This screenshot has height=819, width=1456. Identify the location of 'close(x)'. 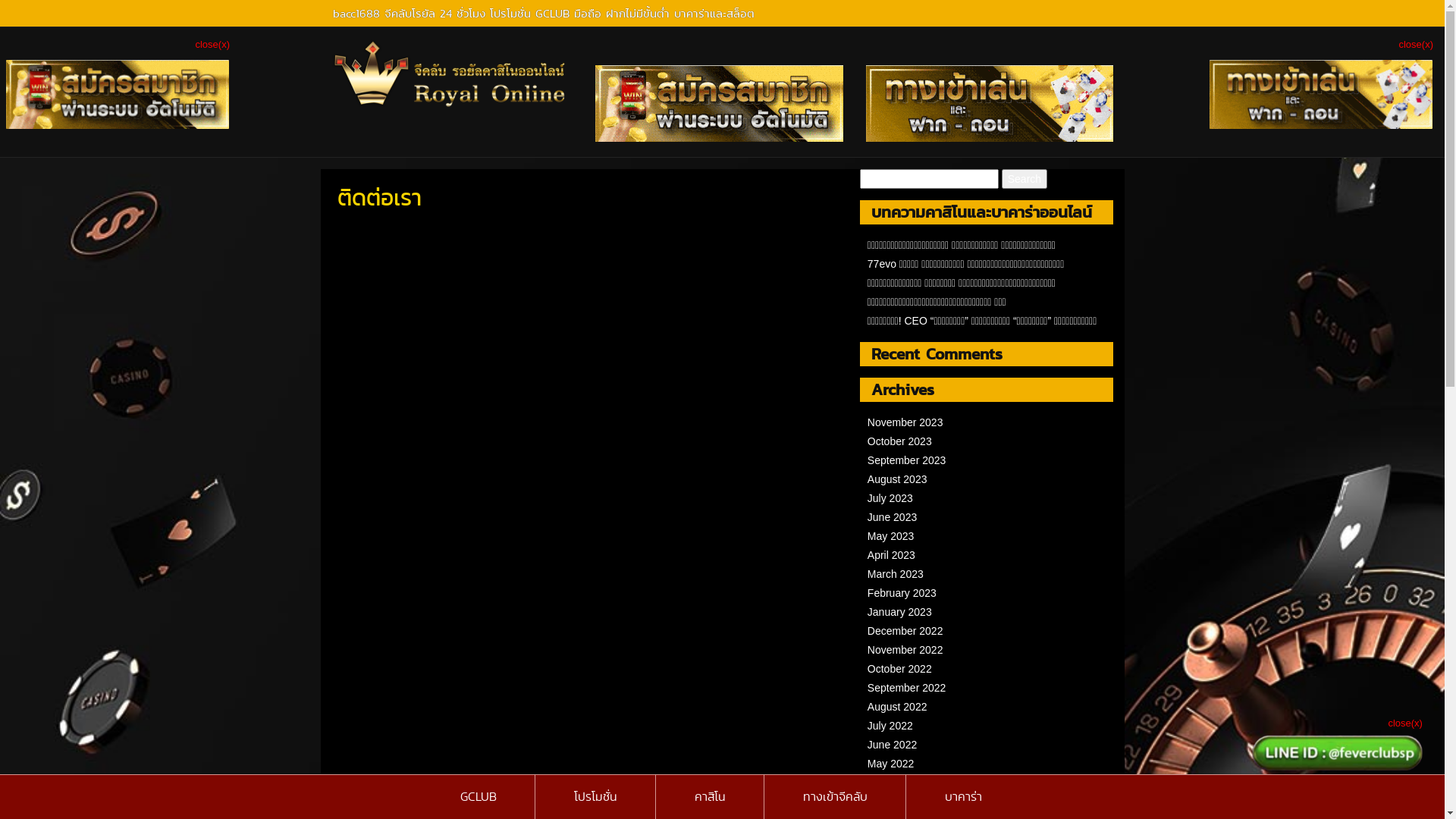
(1415, 43).